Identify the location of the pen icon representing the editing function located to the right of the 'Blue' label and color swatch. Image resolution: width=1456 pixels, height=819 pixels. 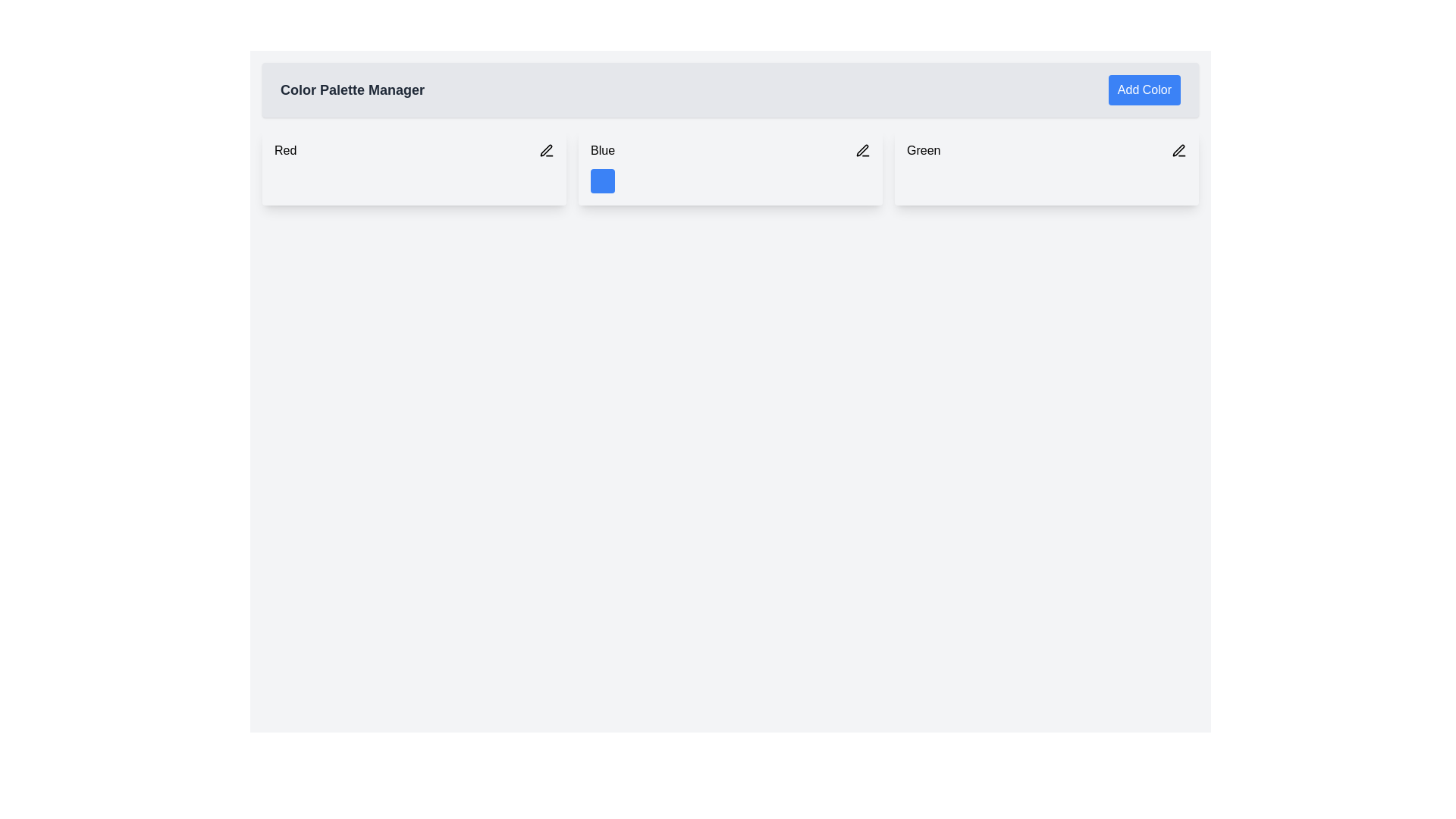
(862, 151).